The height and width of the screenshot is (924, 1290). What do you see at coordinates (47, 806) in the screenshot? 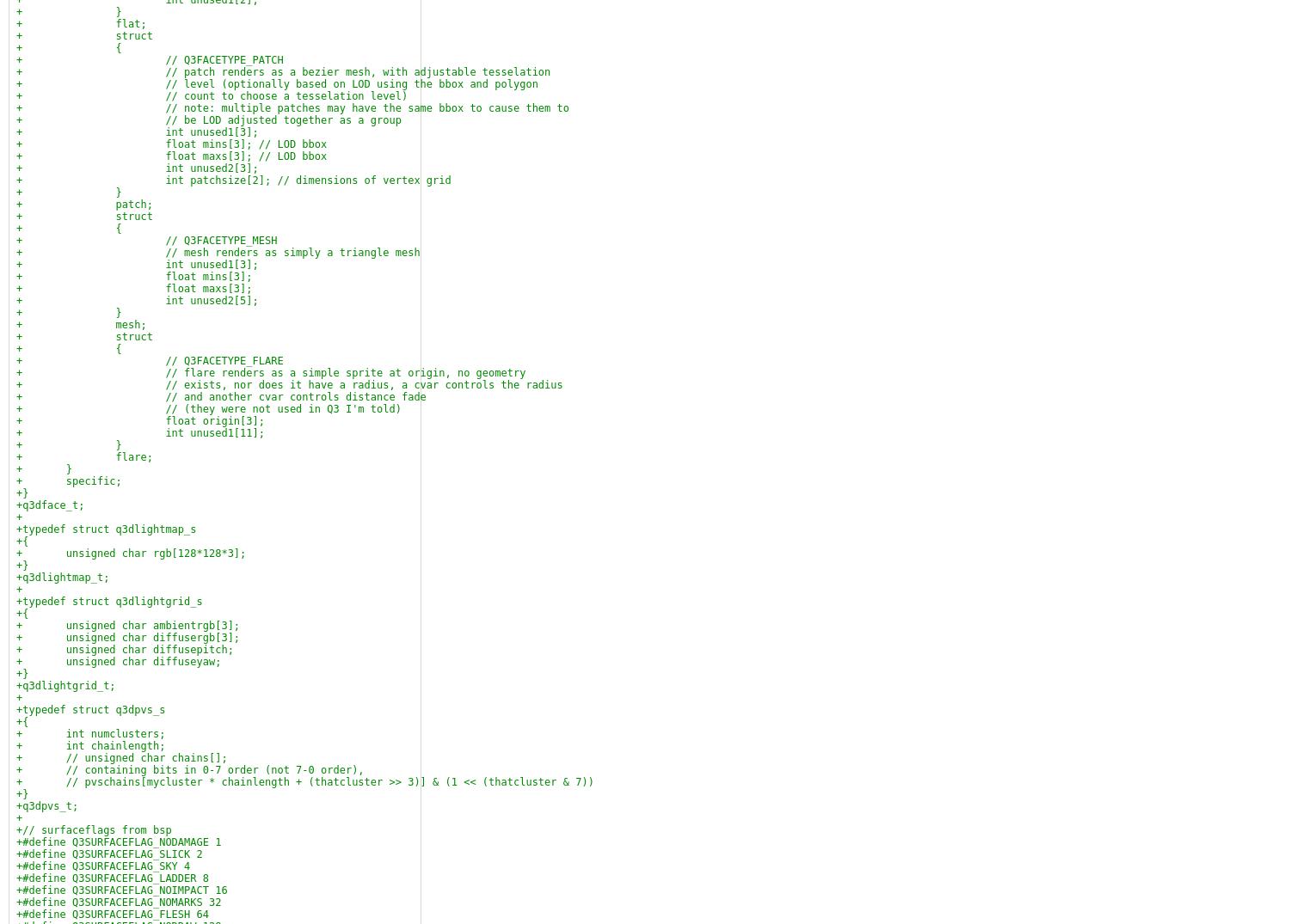
I see `'+q3dpvs_t;'` at bounding box center [47, 806].